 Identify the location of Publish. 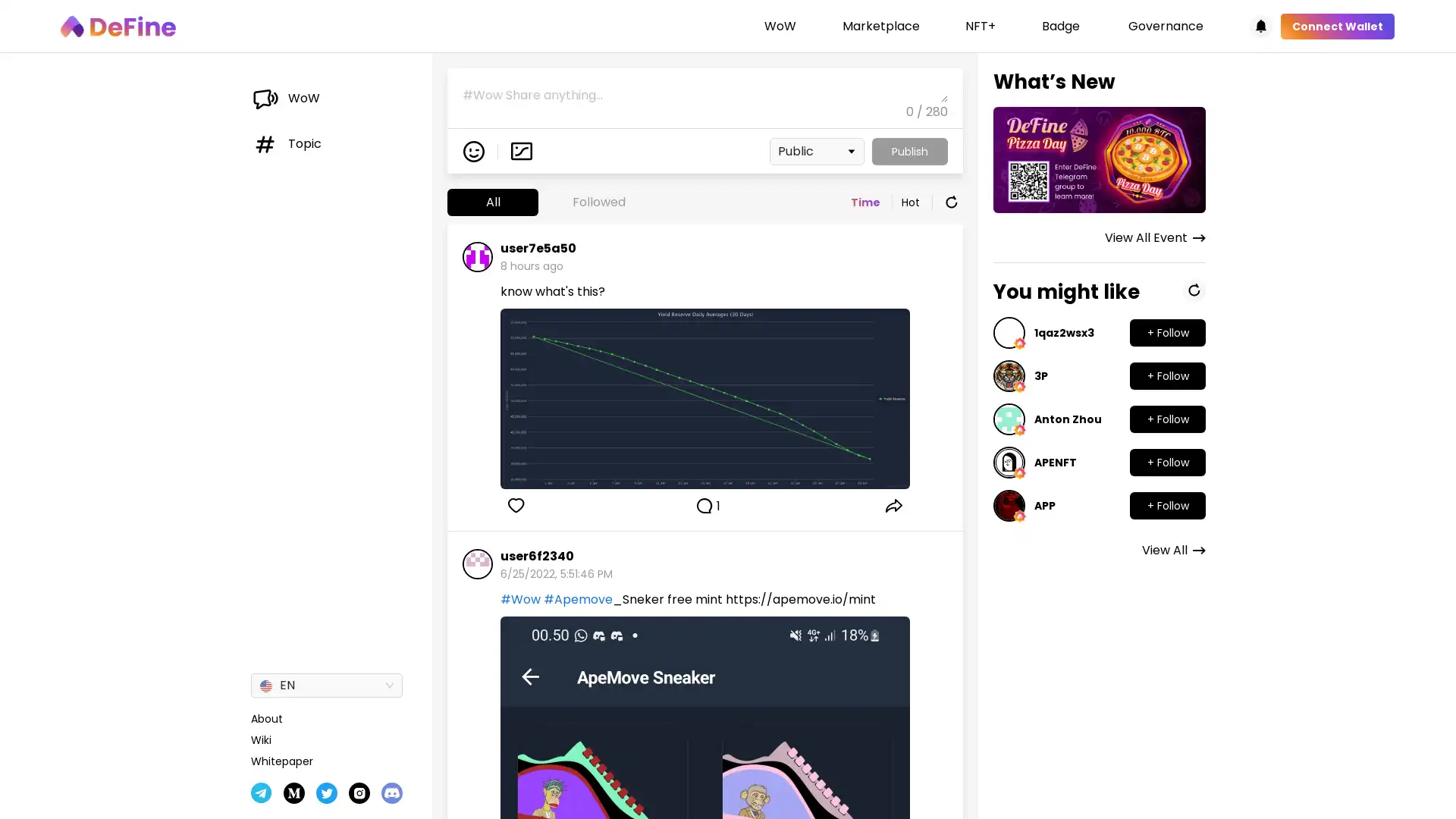
(910, 151).